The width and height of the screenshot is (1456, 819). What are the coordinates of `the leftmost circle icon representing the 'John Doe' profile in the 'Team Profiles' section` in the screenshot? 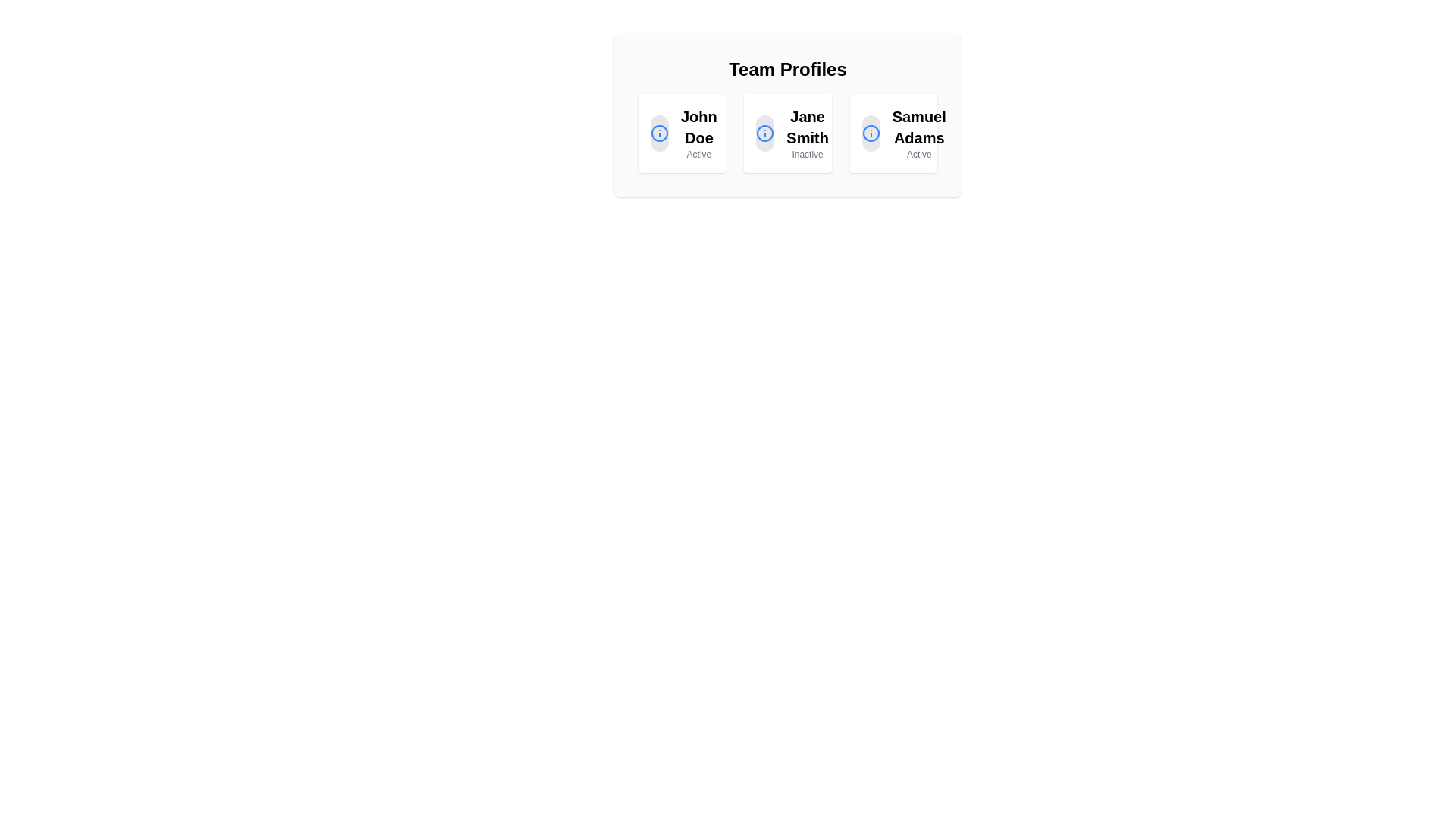 It's located at (659, 133).